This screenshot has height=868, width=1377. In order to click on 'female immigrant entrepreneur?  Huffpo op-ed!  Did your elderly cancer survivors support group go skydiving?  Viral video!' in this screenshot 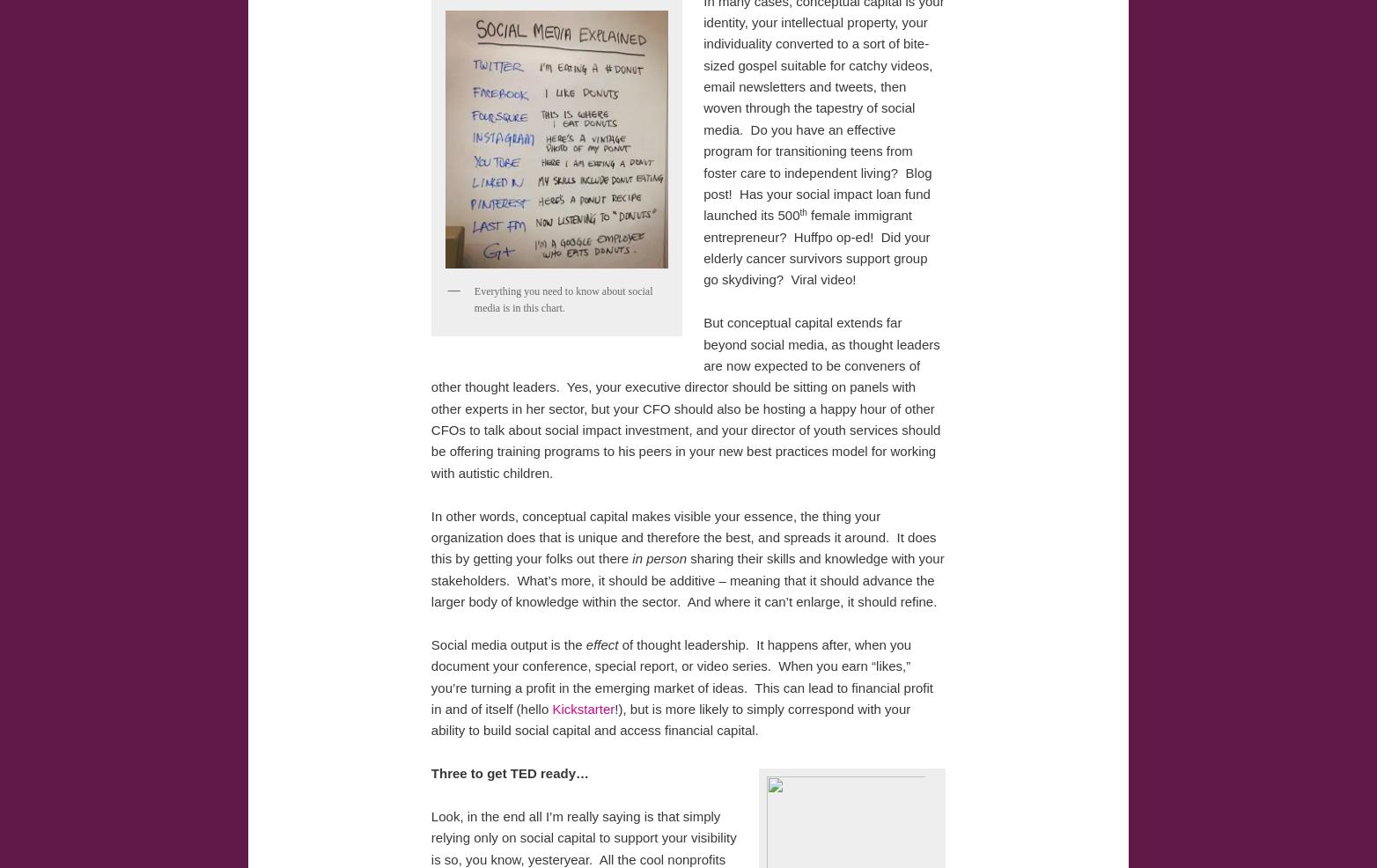, I will do `click(816, 247)`.